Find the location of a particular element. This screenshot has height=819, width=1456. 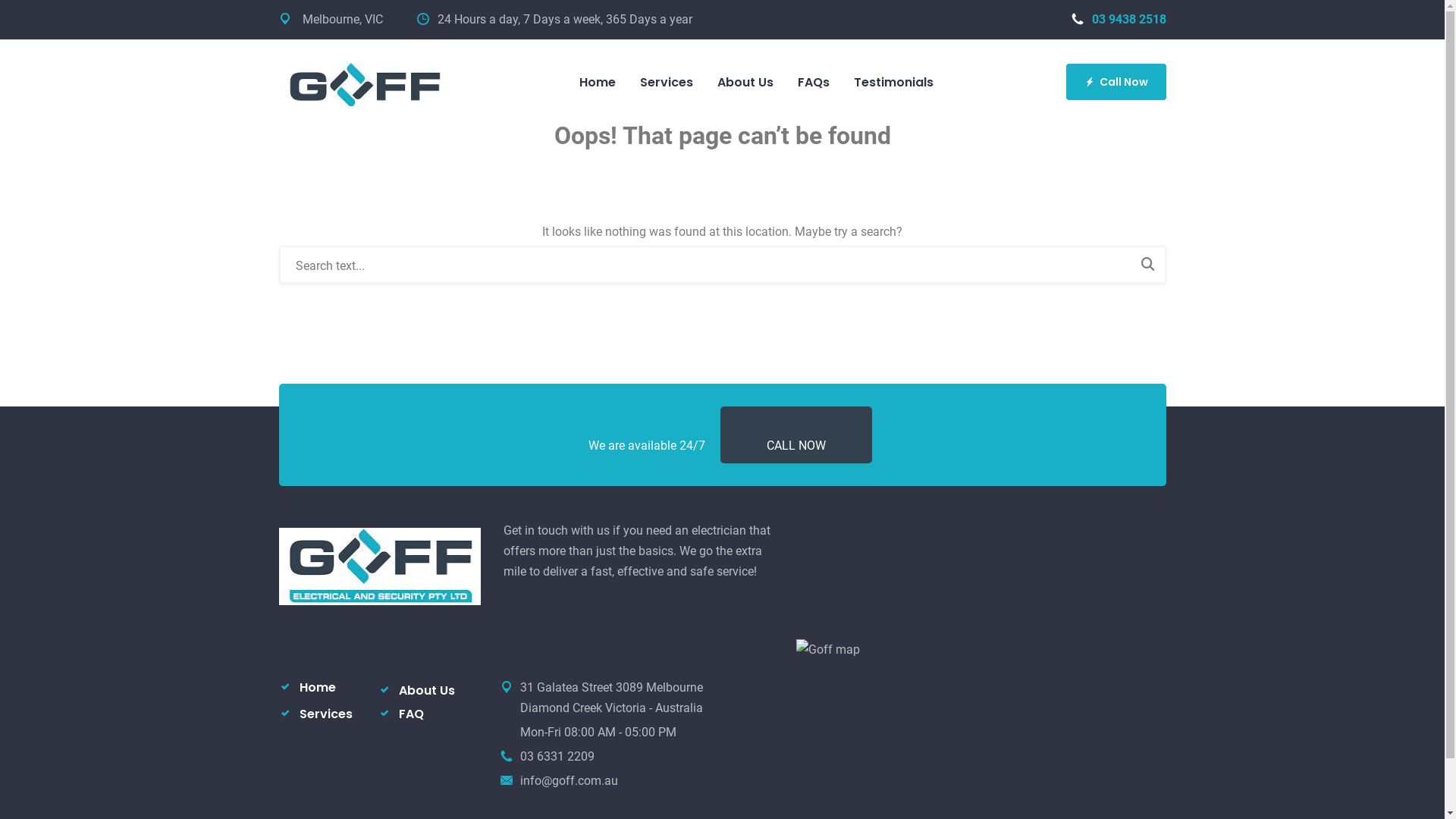

'About Us' is located at coordinates (704, 82).